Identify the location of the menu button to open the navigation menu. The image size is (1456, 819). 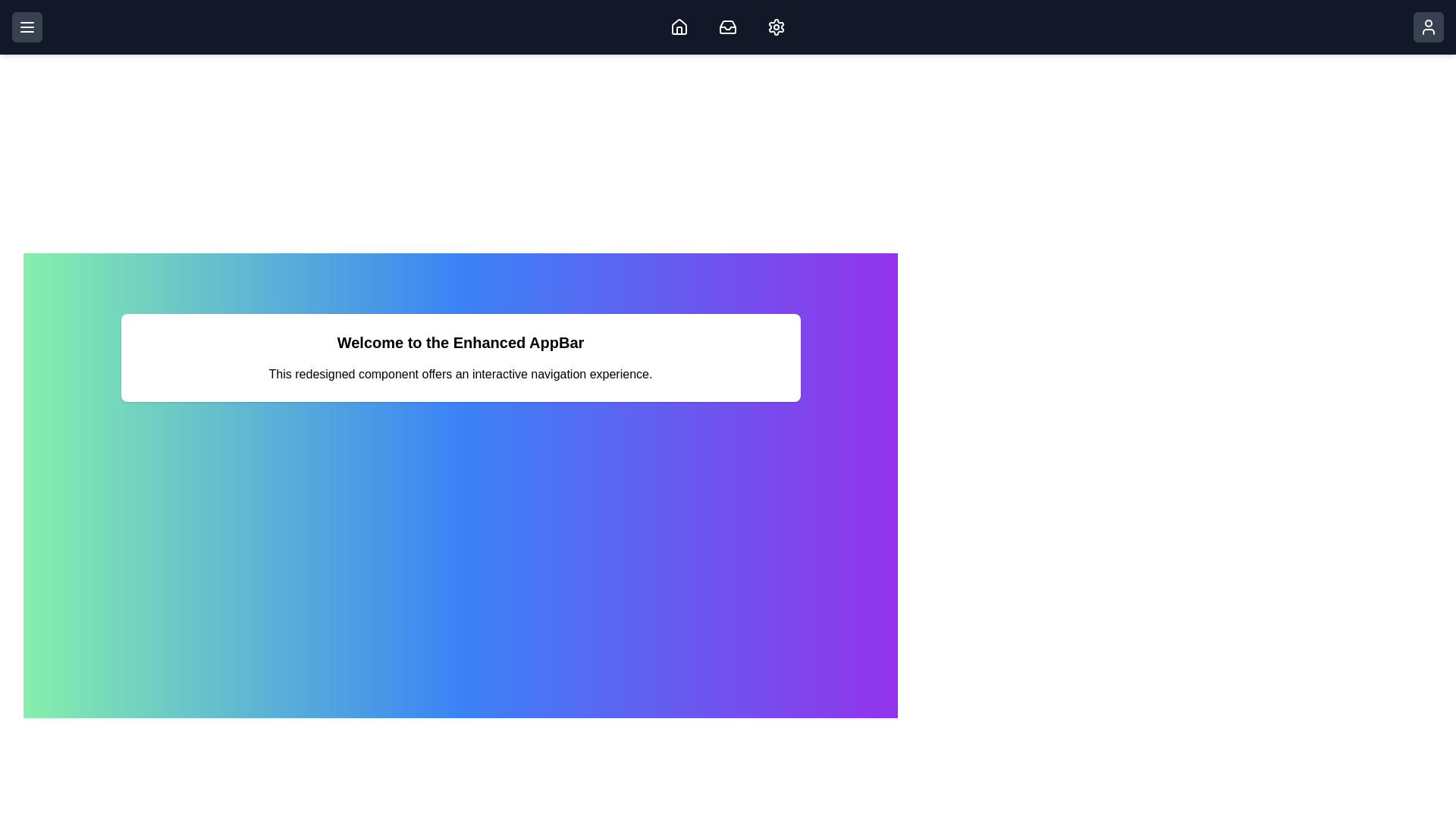
(27, 27).